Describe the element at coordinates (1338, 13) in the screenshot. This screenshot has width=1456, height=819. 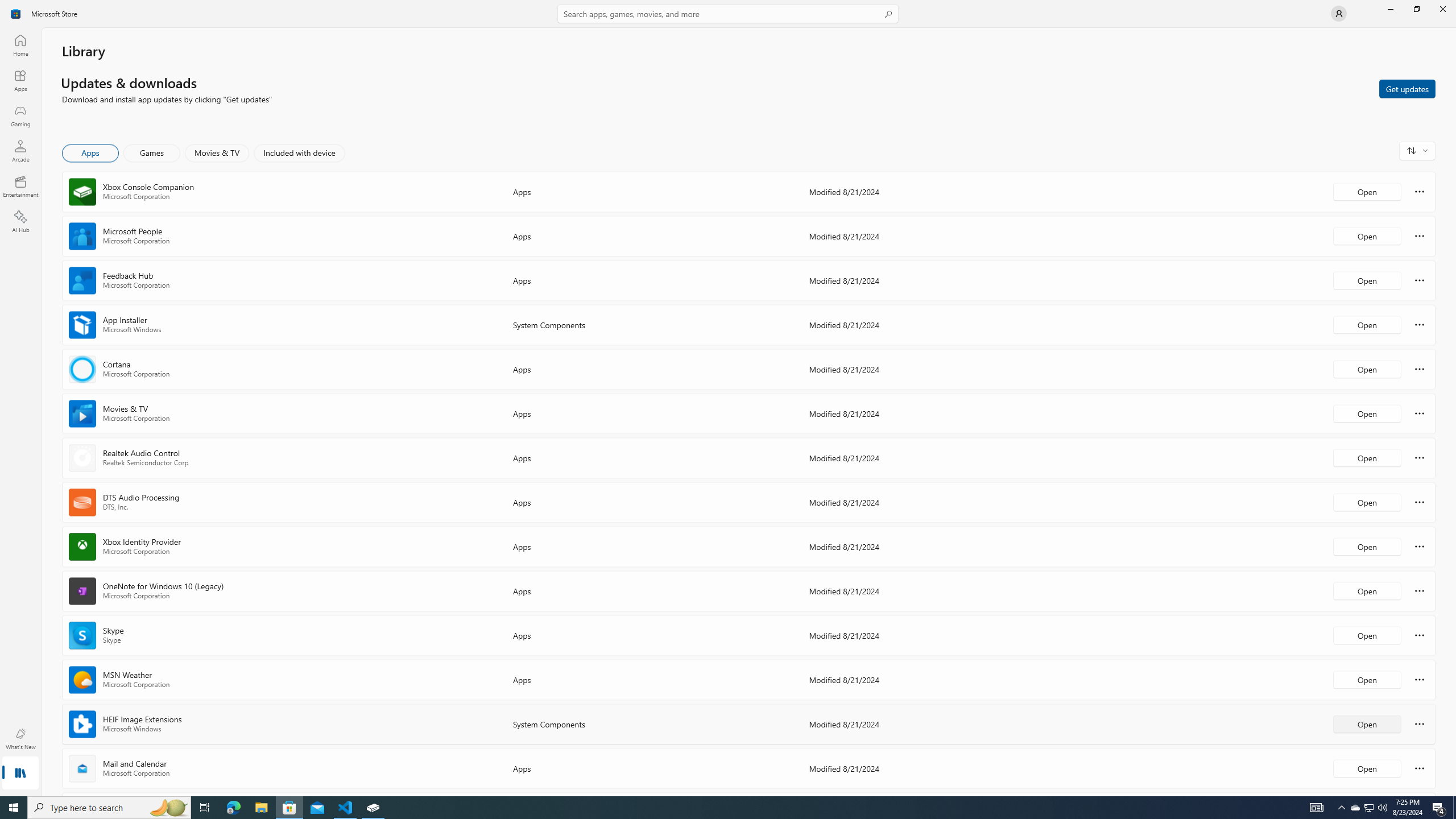
I see `'User profile'` at that location.